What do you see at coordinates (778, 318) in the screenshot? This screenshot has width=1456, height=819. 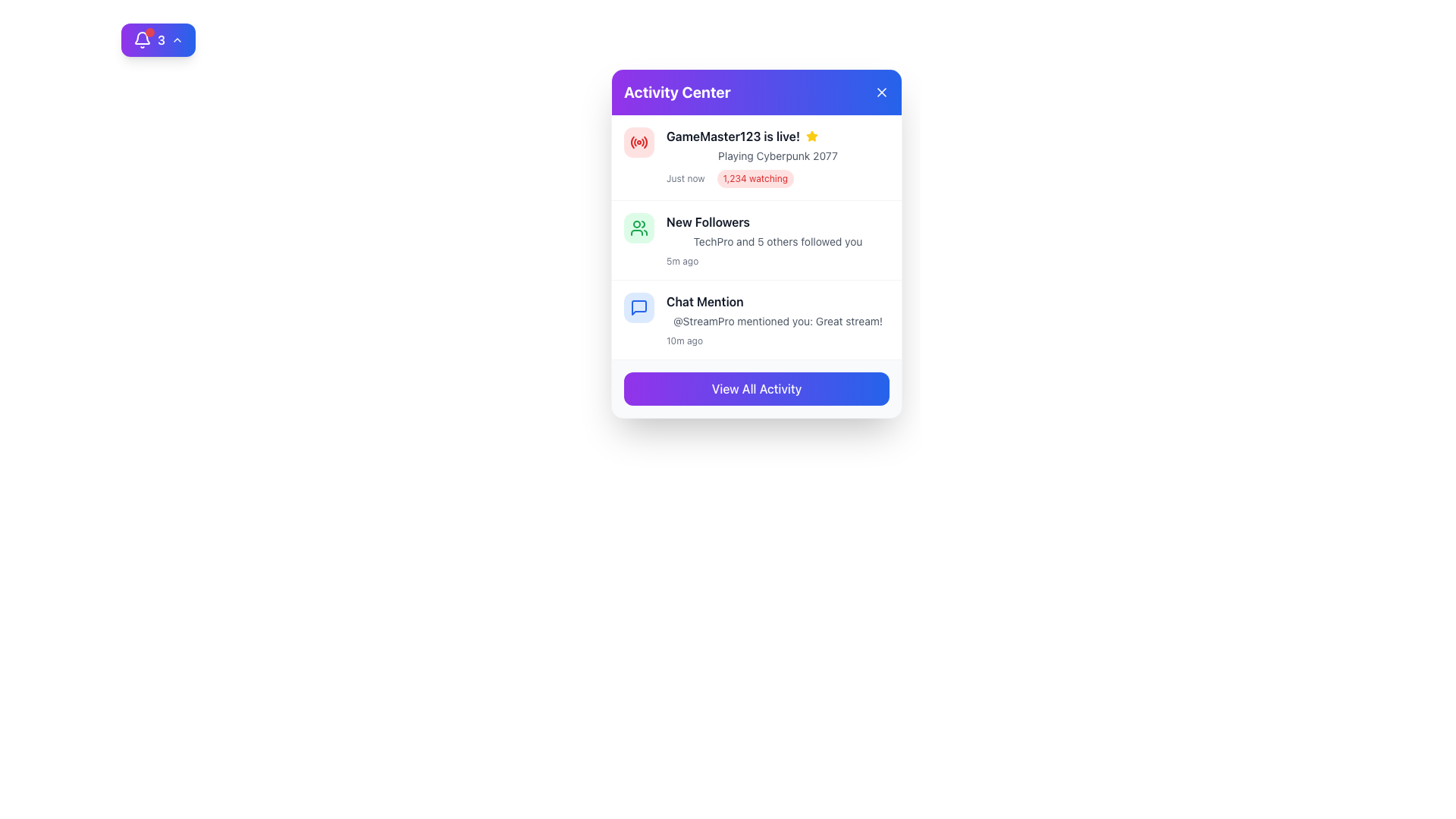 I see `the third notification item in the 'Activity Center' popup` at bounding box center [778, 318].